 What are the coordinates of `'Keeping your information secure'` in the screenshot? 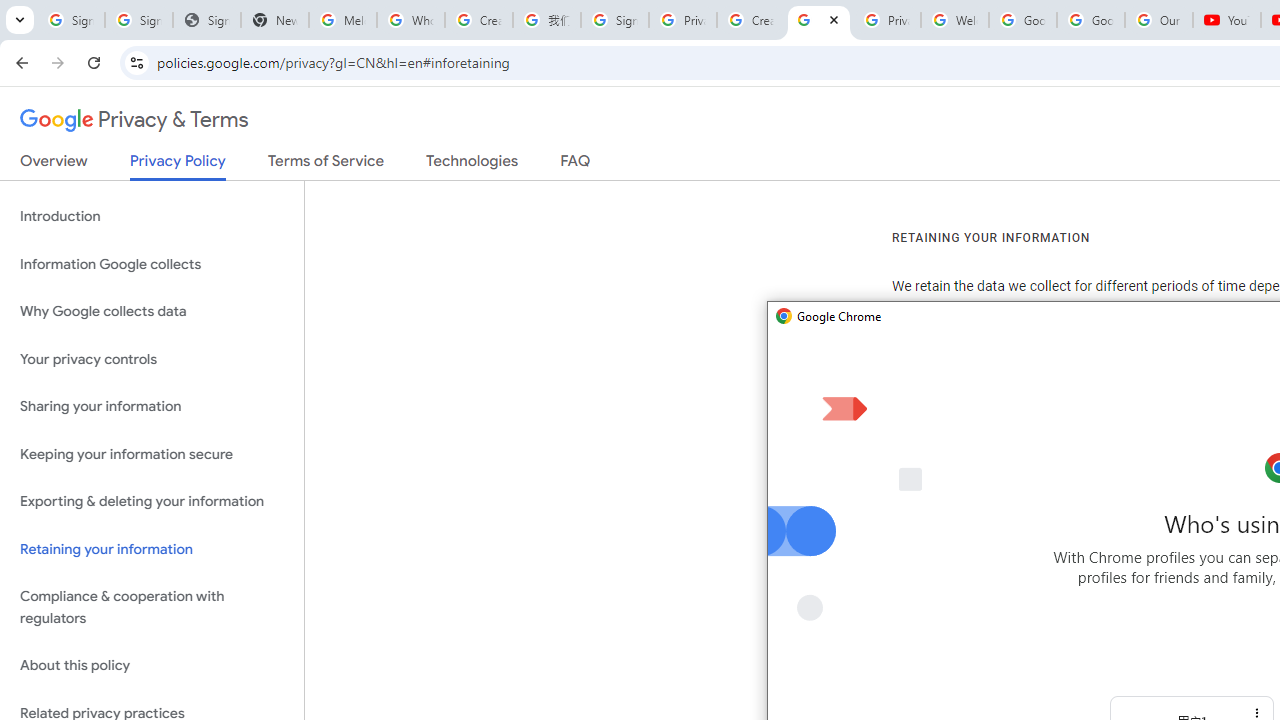 It's located at (151, 454).